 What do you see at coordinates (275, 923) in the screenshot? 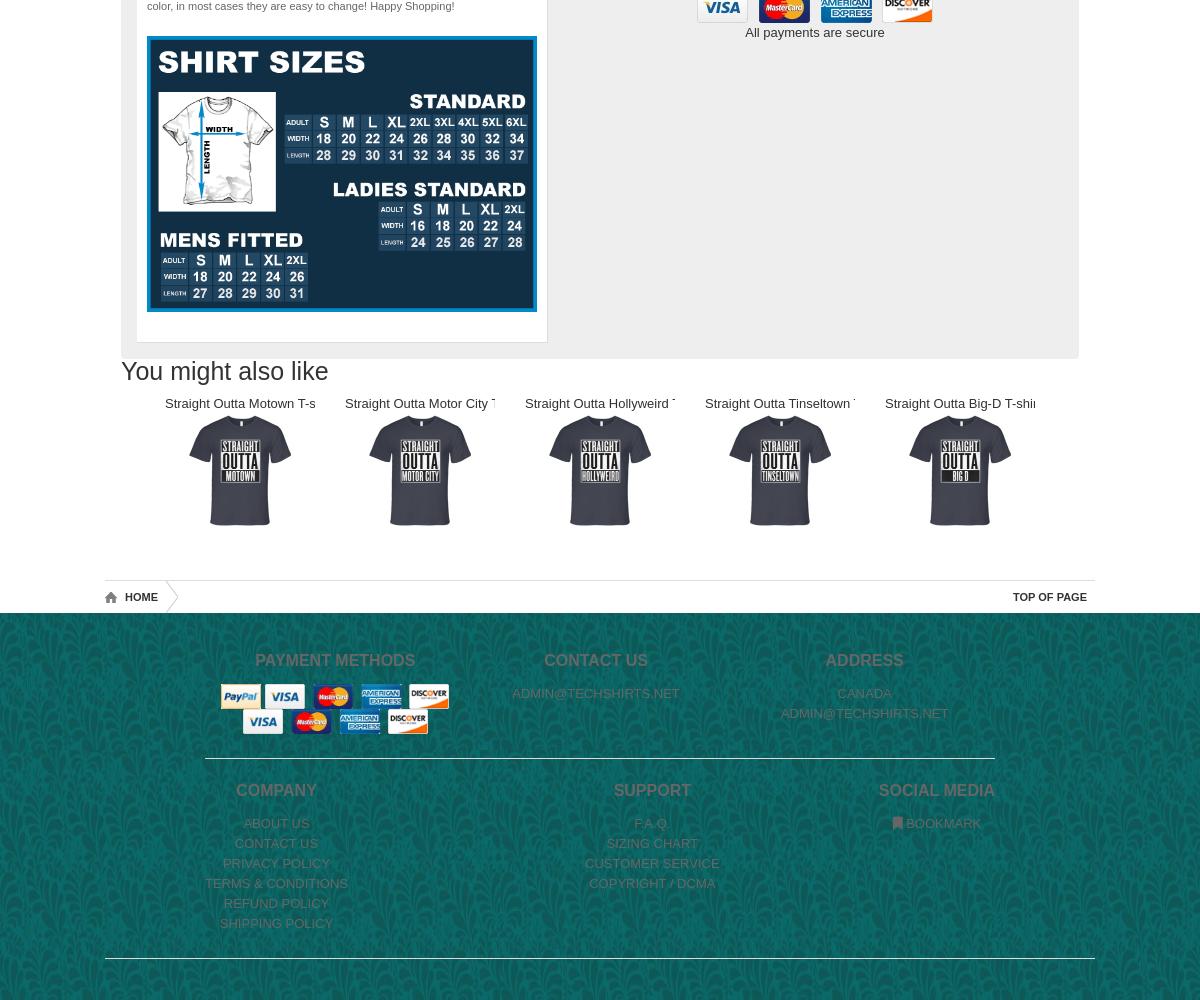
I see `'Shipping Policy'` at bounding box center [275, 923].